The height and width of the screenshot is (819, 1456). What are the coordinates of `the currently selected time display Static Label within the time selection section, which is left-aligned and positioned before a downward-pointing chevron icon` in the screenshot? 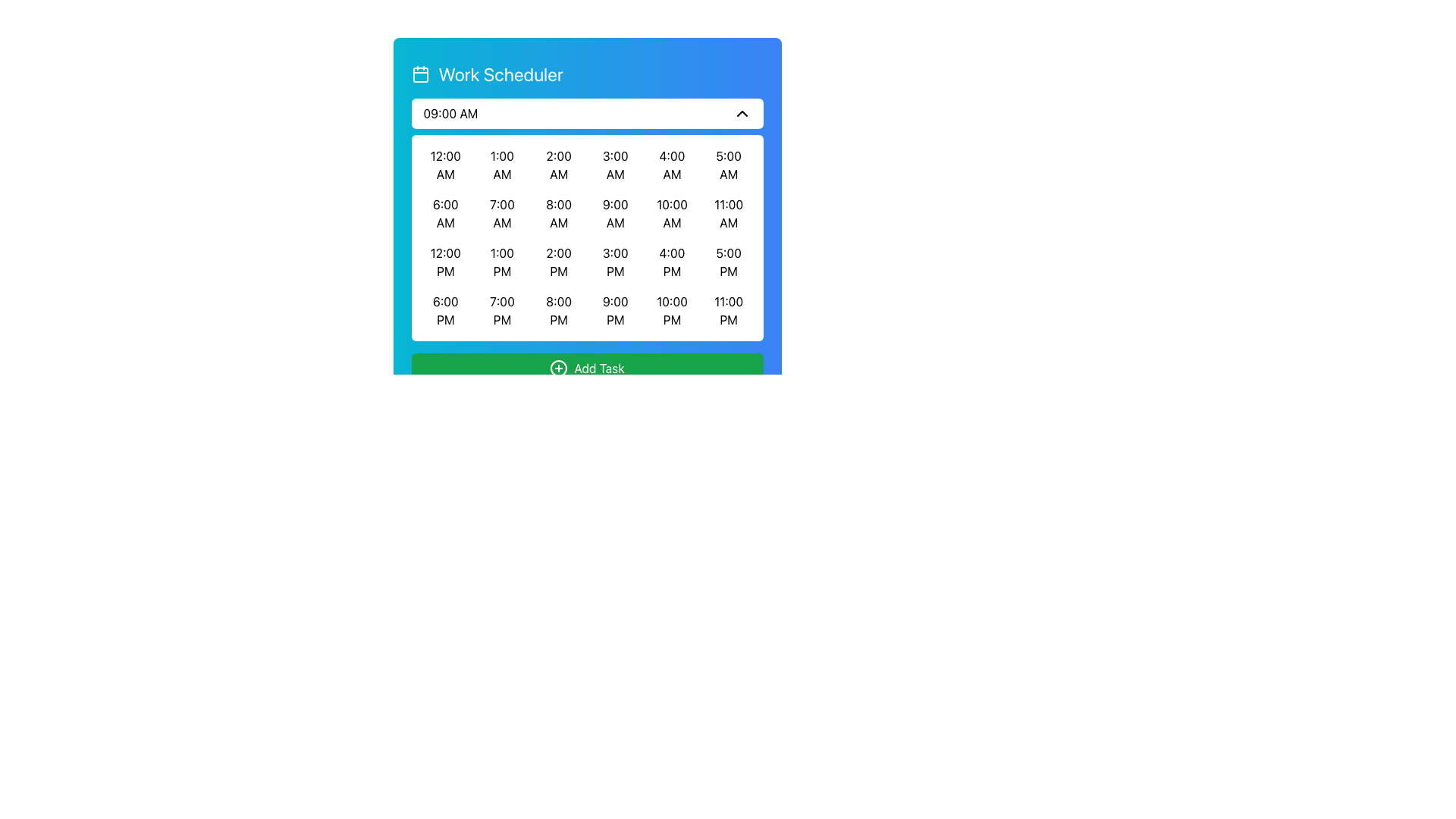 It's located at (450, 113).